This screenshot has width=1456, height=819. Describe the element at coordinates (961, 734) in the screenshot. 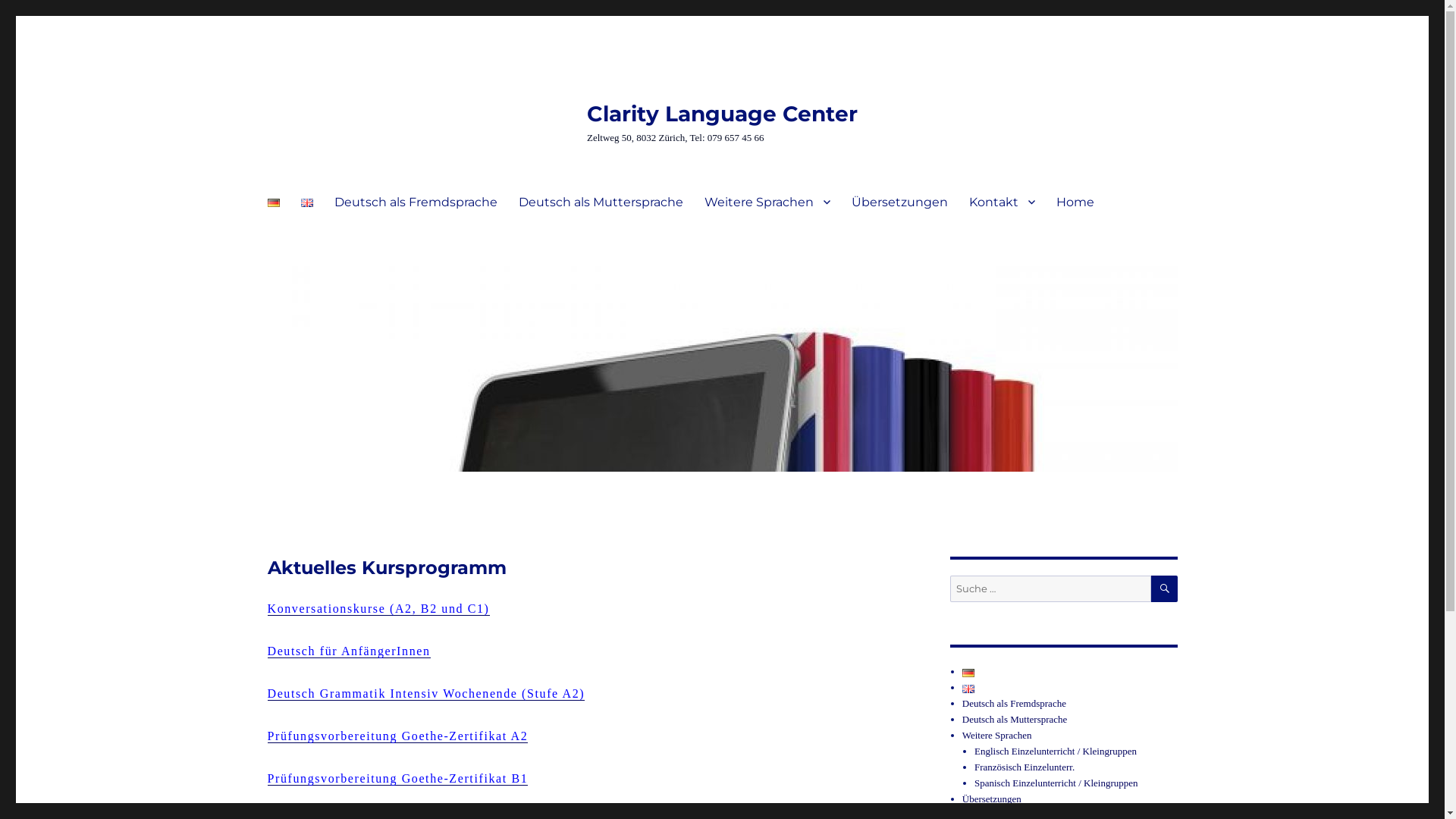

I see `'Weitere Sprachen'` at that location.